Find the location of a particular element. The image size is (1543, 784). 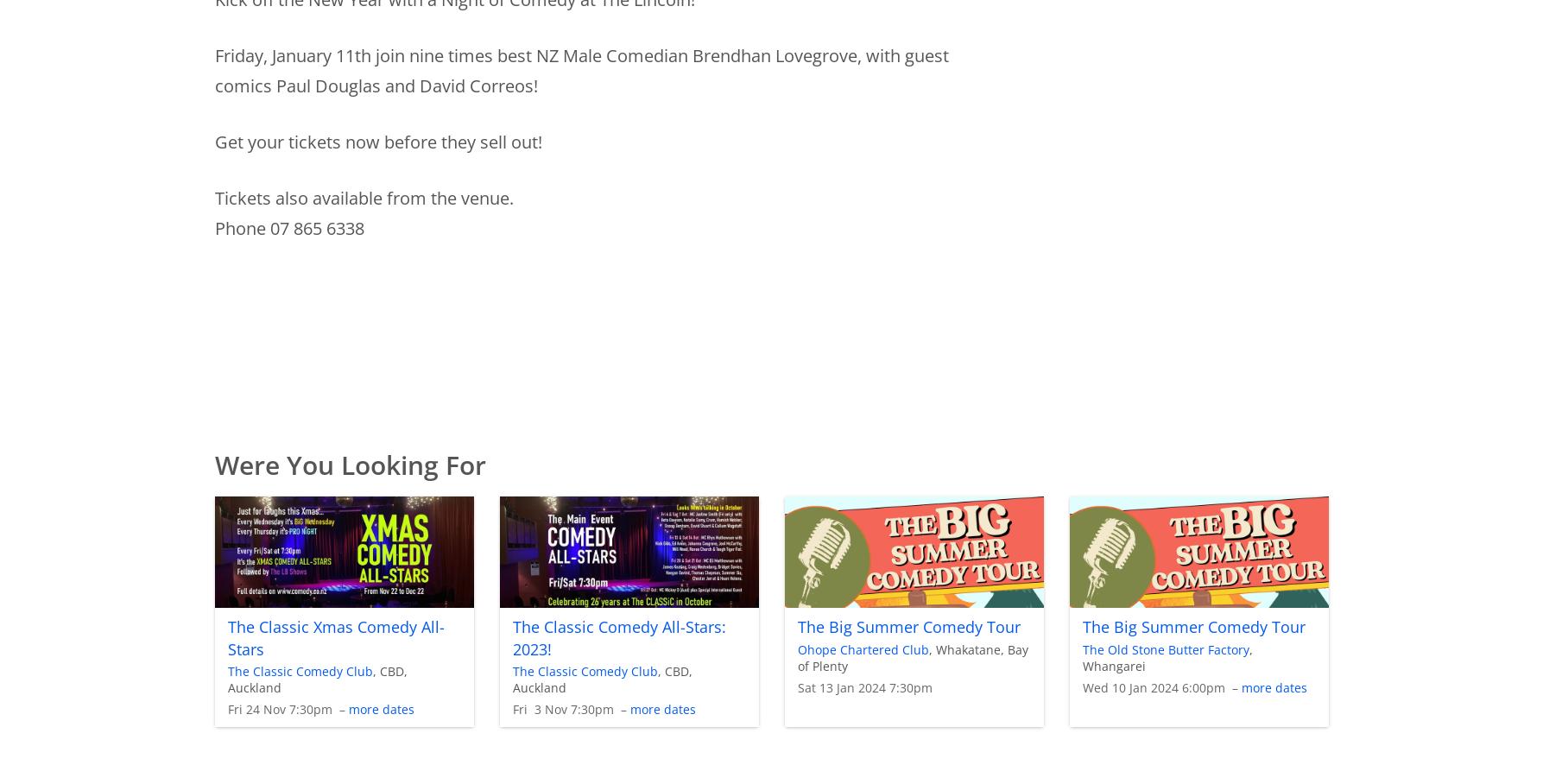

'Tickets also available from the venue.' is located at coordinates (364, 197).